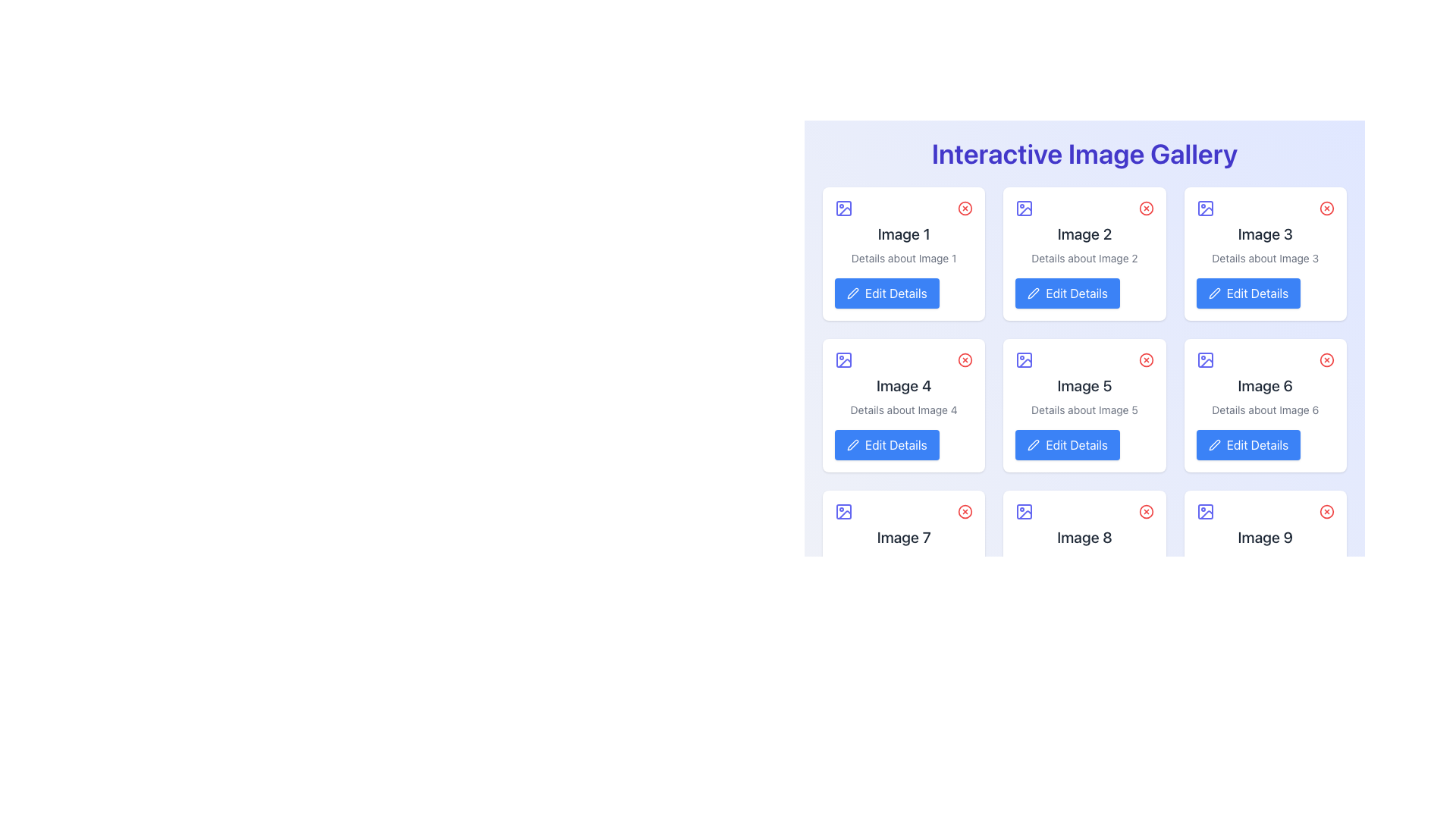 This screenshot has height=819, width=1456. What do you see at coordinates (1326, 208) in the screenshot?
I see `the Icon Button in the upper-right corner of the card labeled 'Image 3'` at bounding box center [1326, 208].